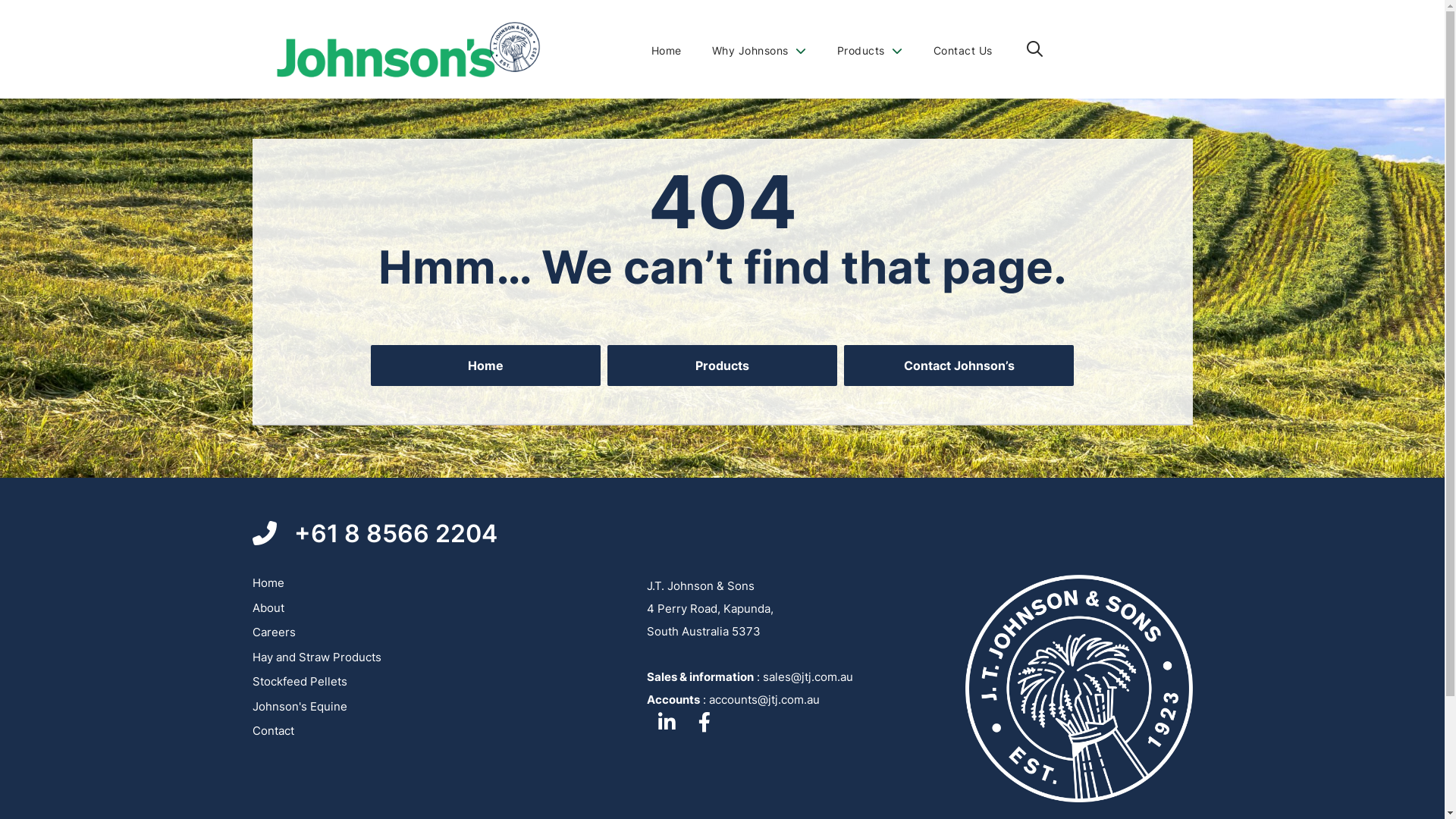 This screenshot has width=1456, height=819. I want to click on 'sales@jtj.com.au', so click(807, 676).